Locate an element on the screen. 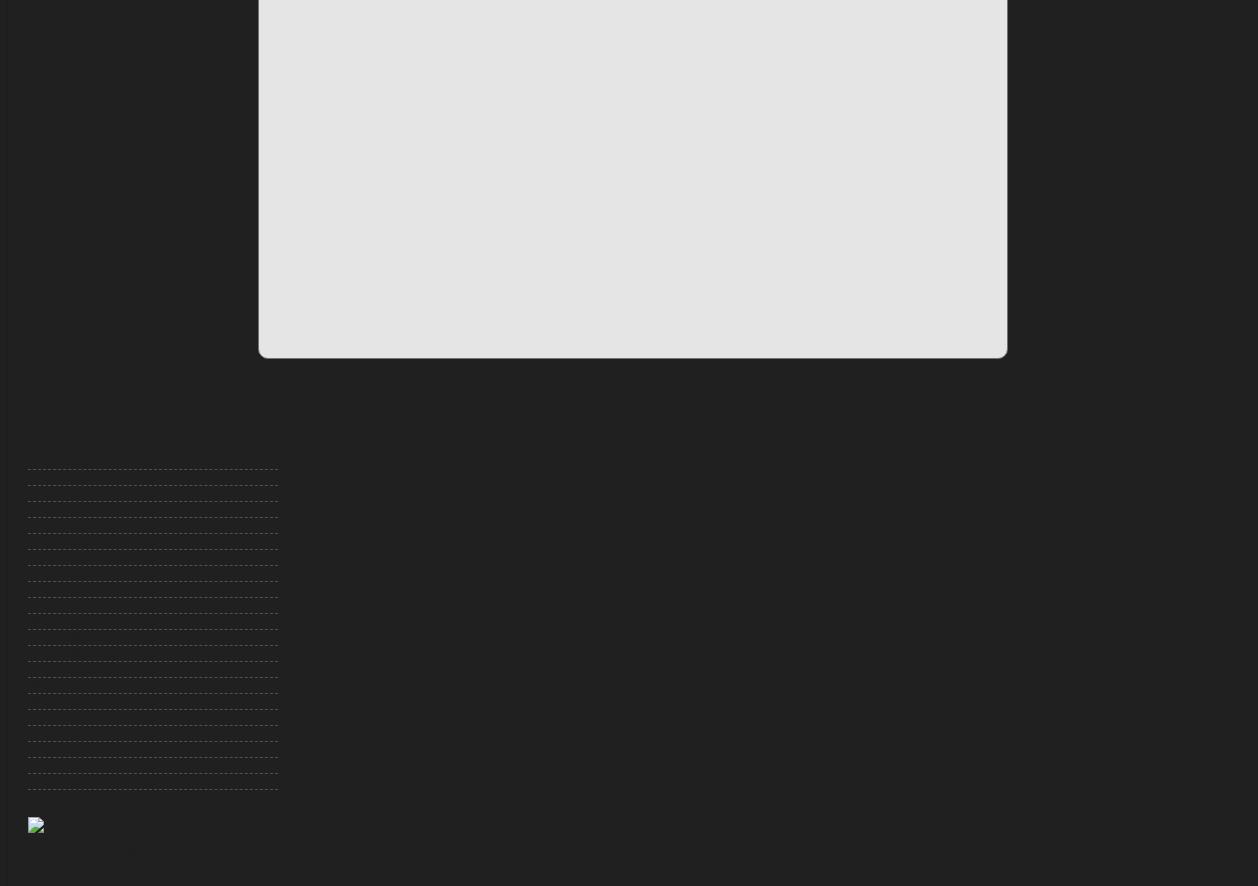 The height and width of the screenshot is (886, 1258). 'Browse By Category' is located at coordinates (118, 430).